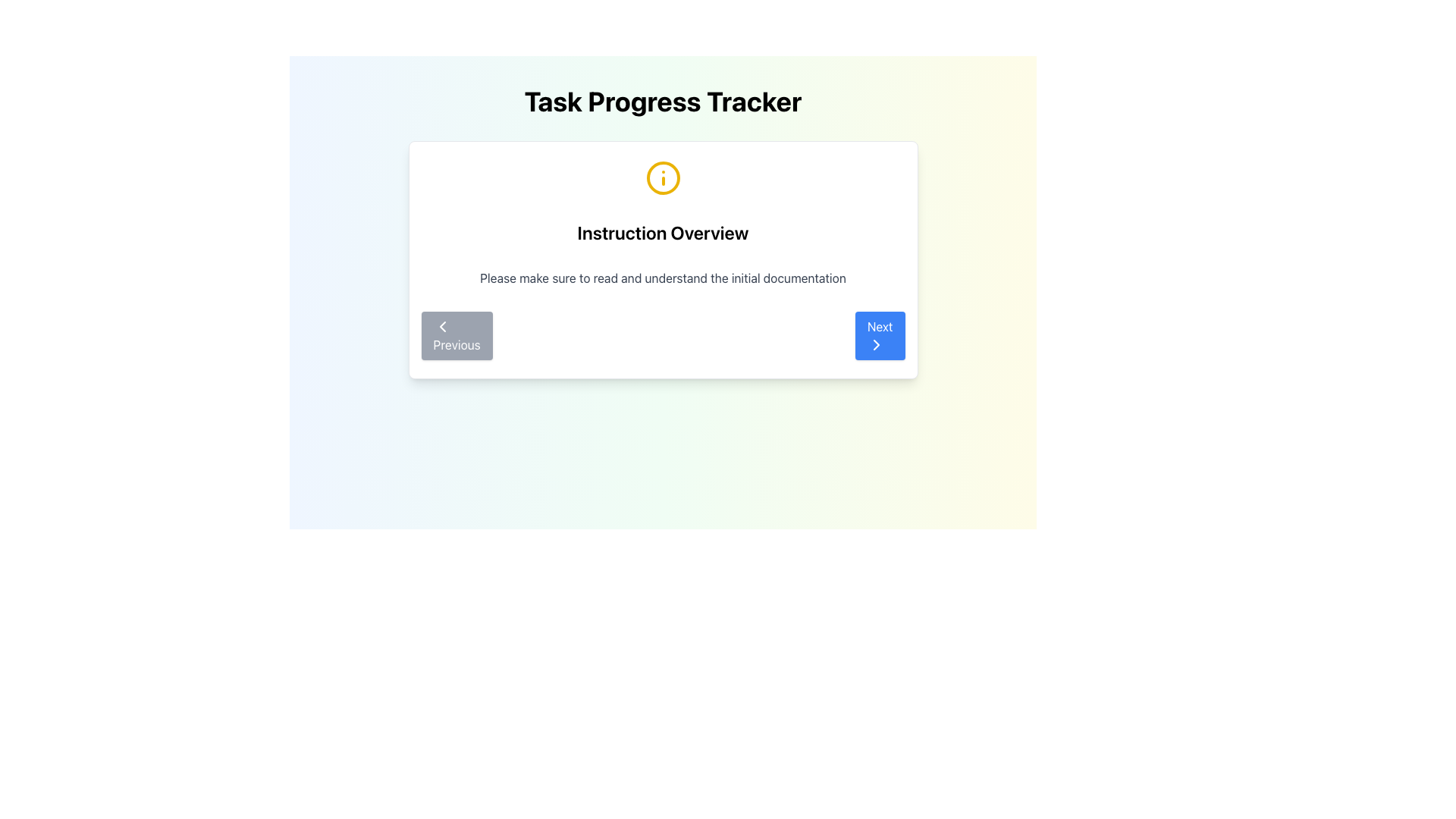  I want to click on the right-pointing chevron icon inside the blue circular button labeled 'Next', so click(876, 345).